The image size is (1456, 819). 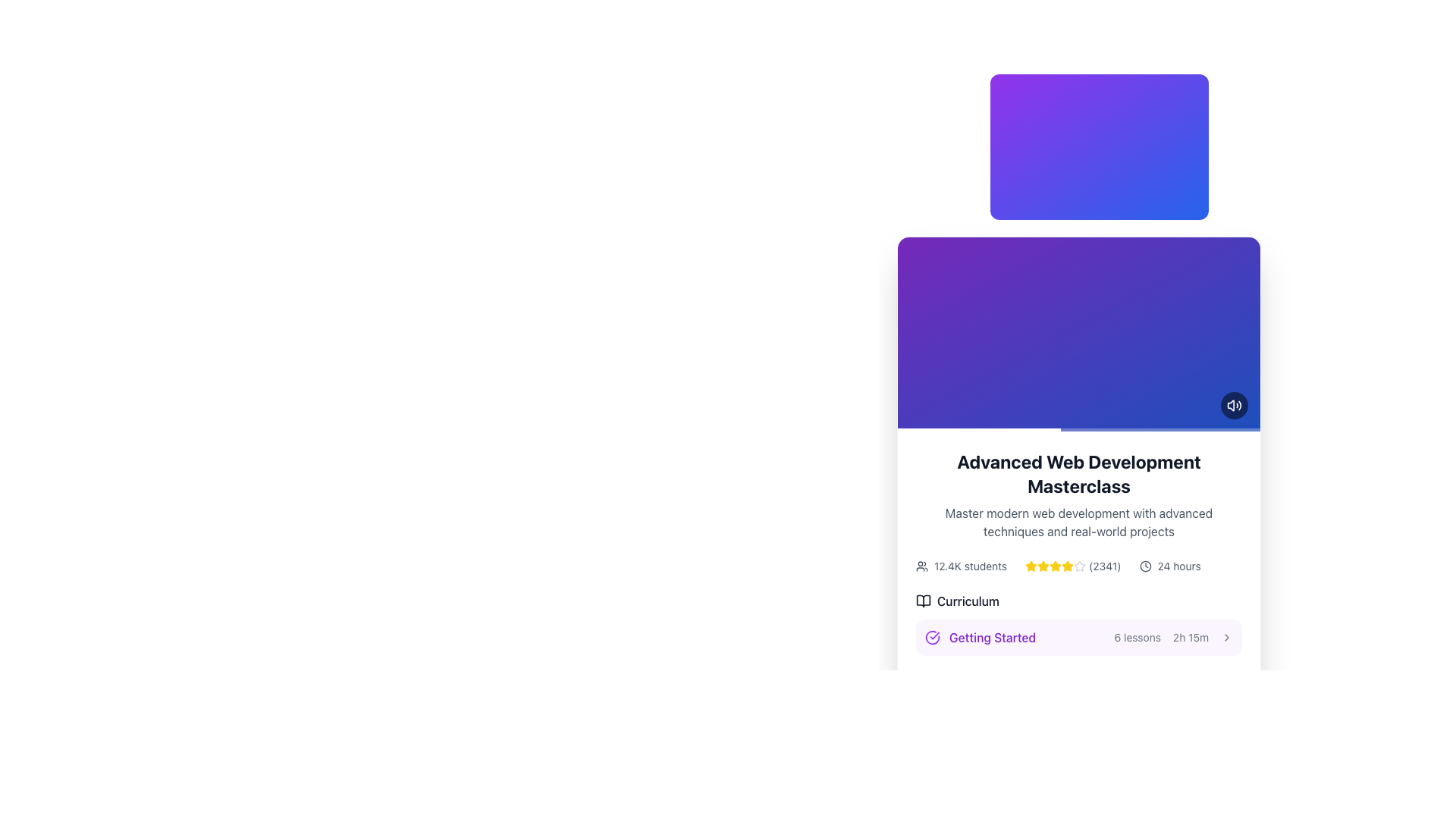 I want to click on text displayed in the Text Display element that shows '6 lessons', which is located at the top-right portion of the card, so click(x=1137, y=637).